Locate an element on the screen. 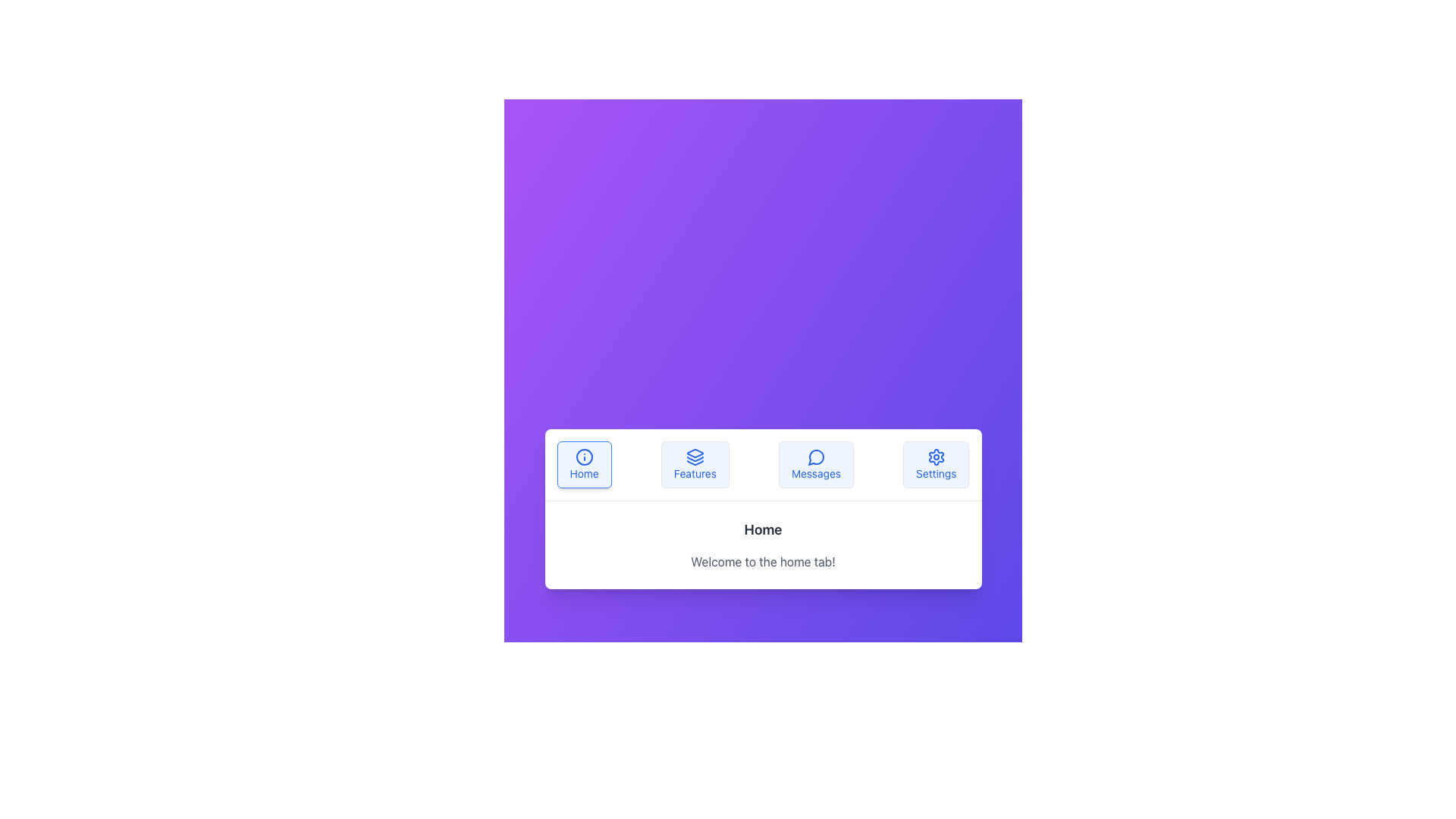 This screenshot has height=819, width=1456. the static text label that welcomes the user to the 'Home' section of the interface, located directly below the 'Home' text element is located at coordinates (763, 561).